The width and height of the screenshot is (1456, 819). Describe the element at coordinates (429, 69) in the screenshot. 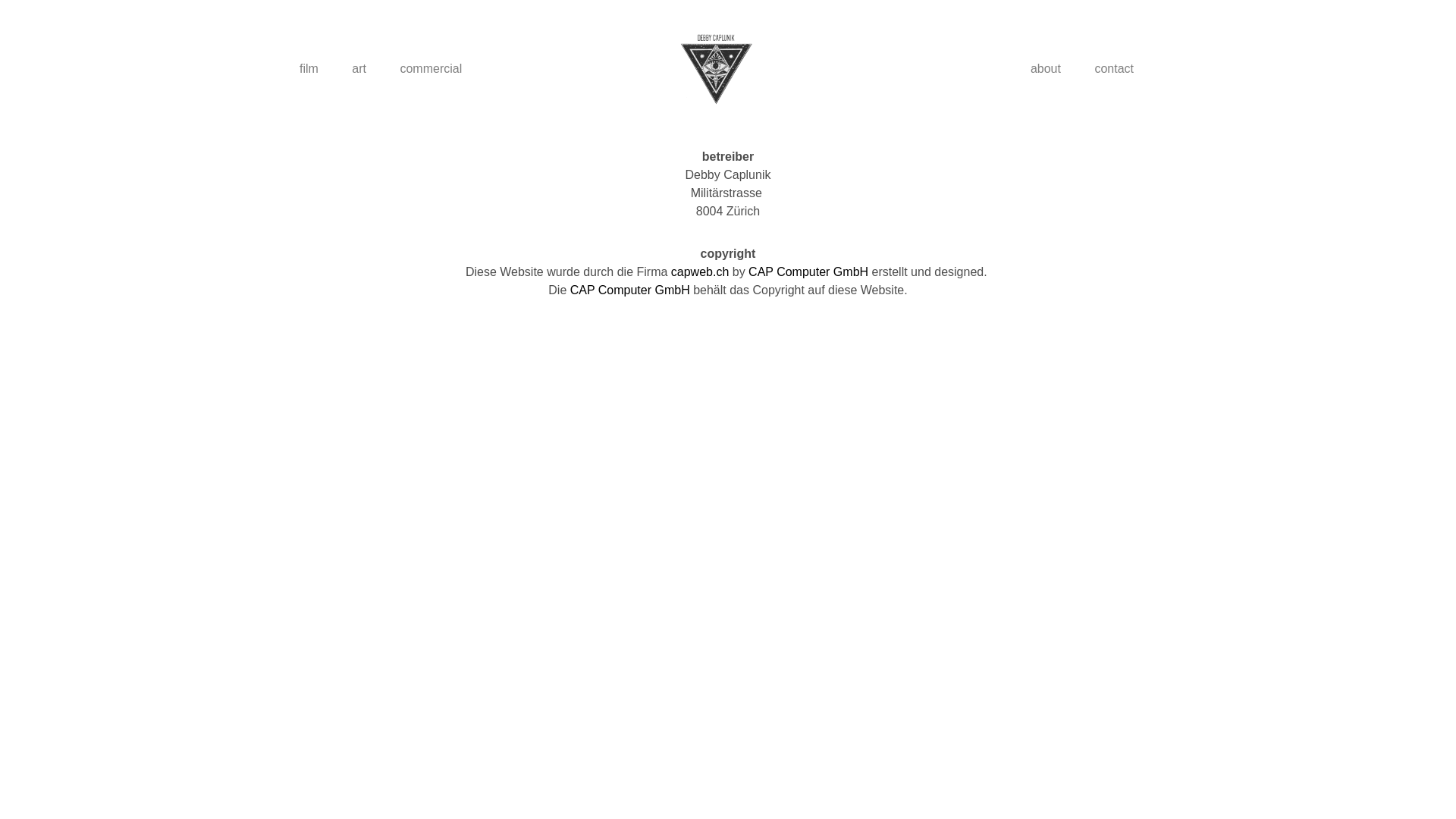

I see `'commercial'` at that location.